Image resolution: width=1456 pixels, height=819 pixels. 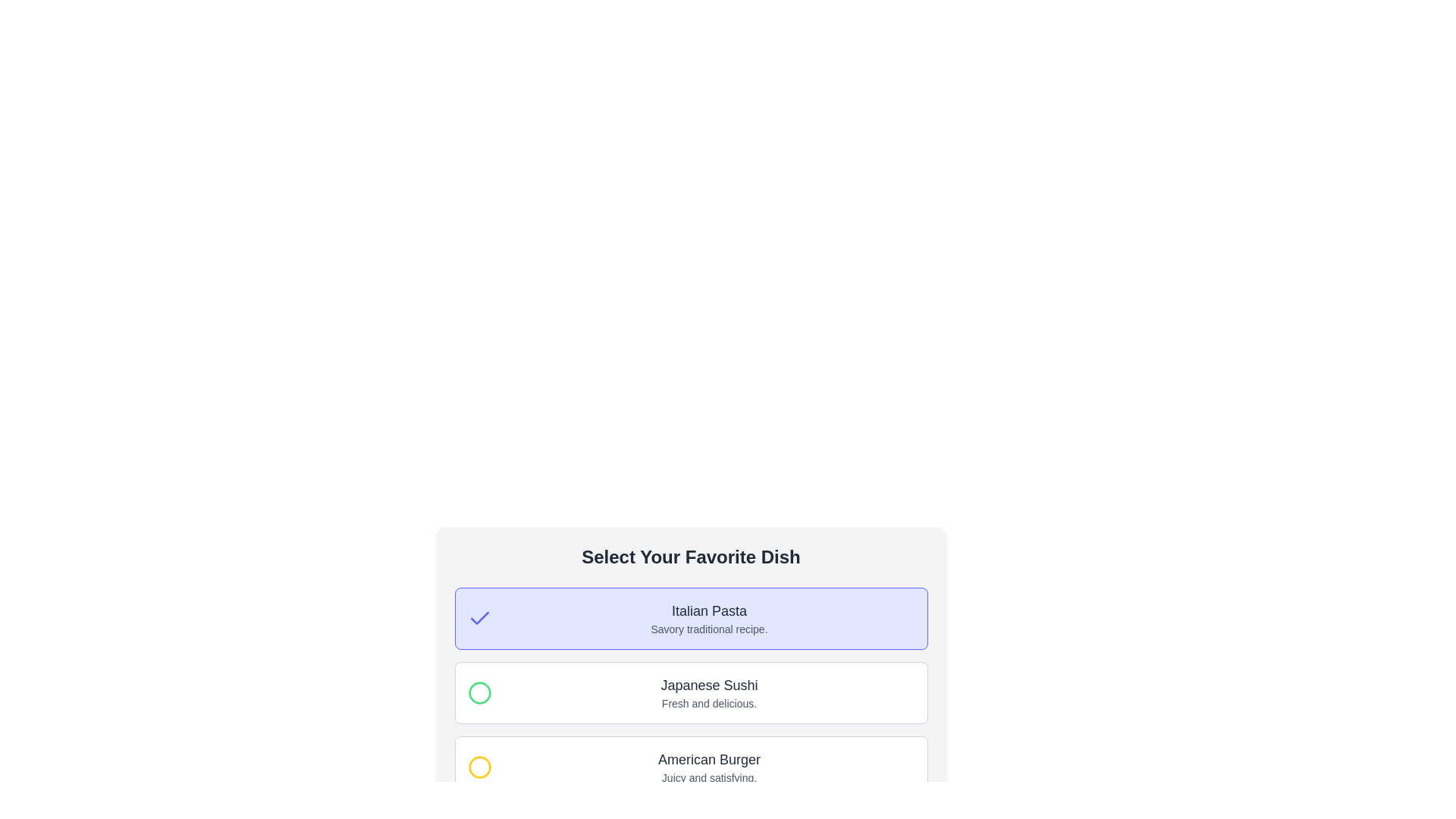 I want to click on the Option card labeled 'Japanese Sushi', which is the middle item in the list under 'Select Your Favorite Dish', so click(x=690, y=693).